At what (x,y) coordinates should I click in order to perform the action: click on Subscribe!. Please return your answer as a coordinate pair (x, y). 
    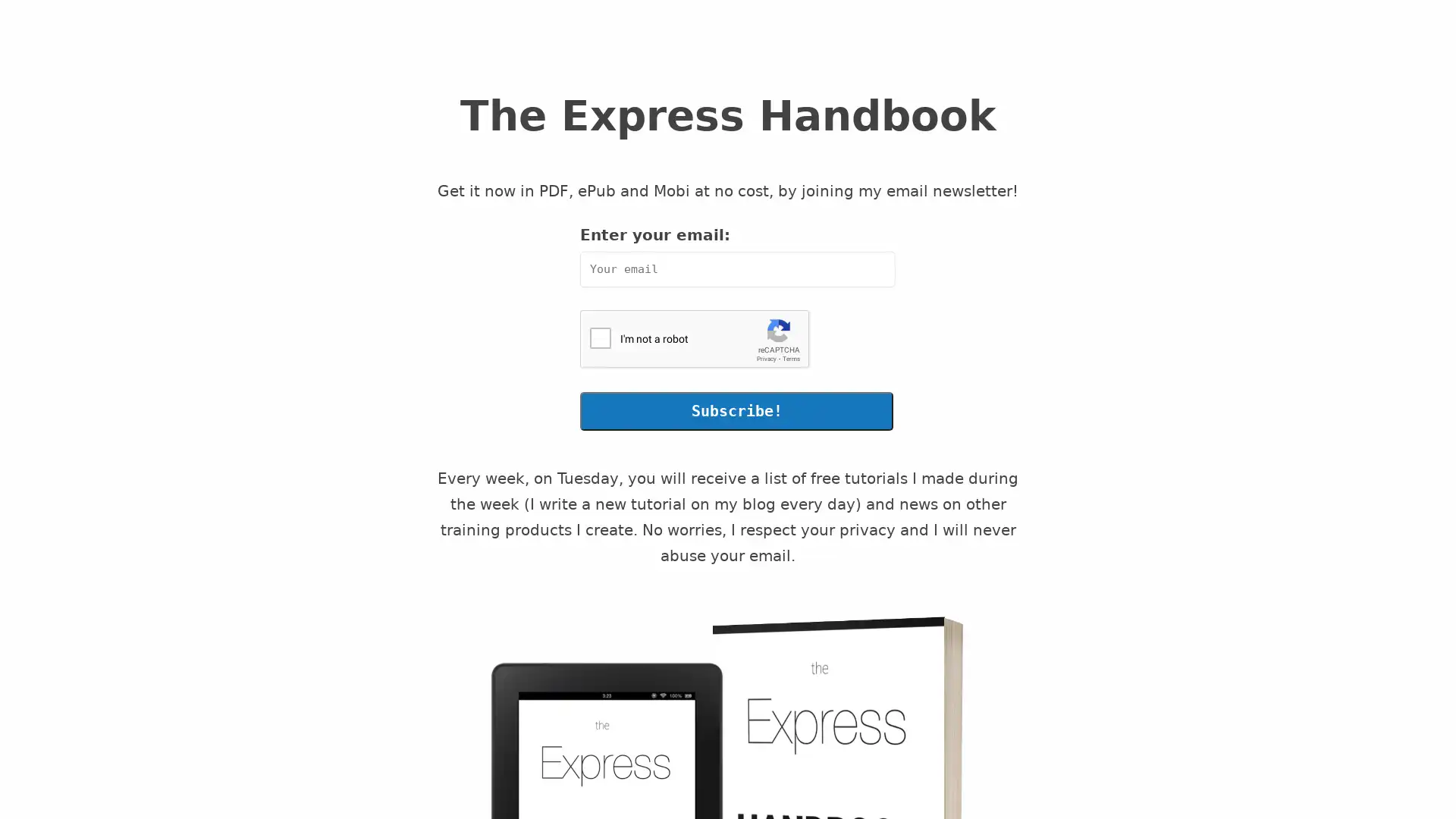
    Looking at the image, I should click on (736, 411).